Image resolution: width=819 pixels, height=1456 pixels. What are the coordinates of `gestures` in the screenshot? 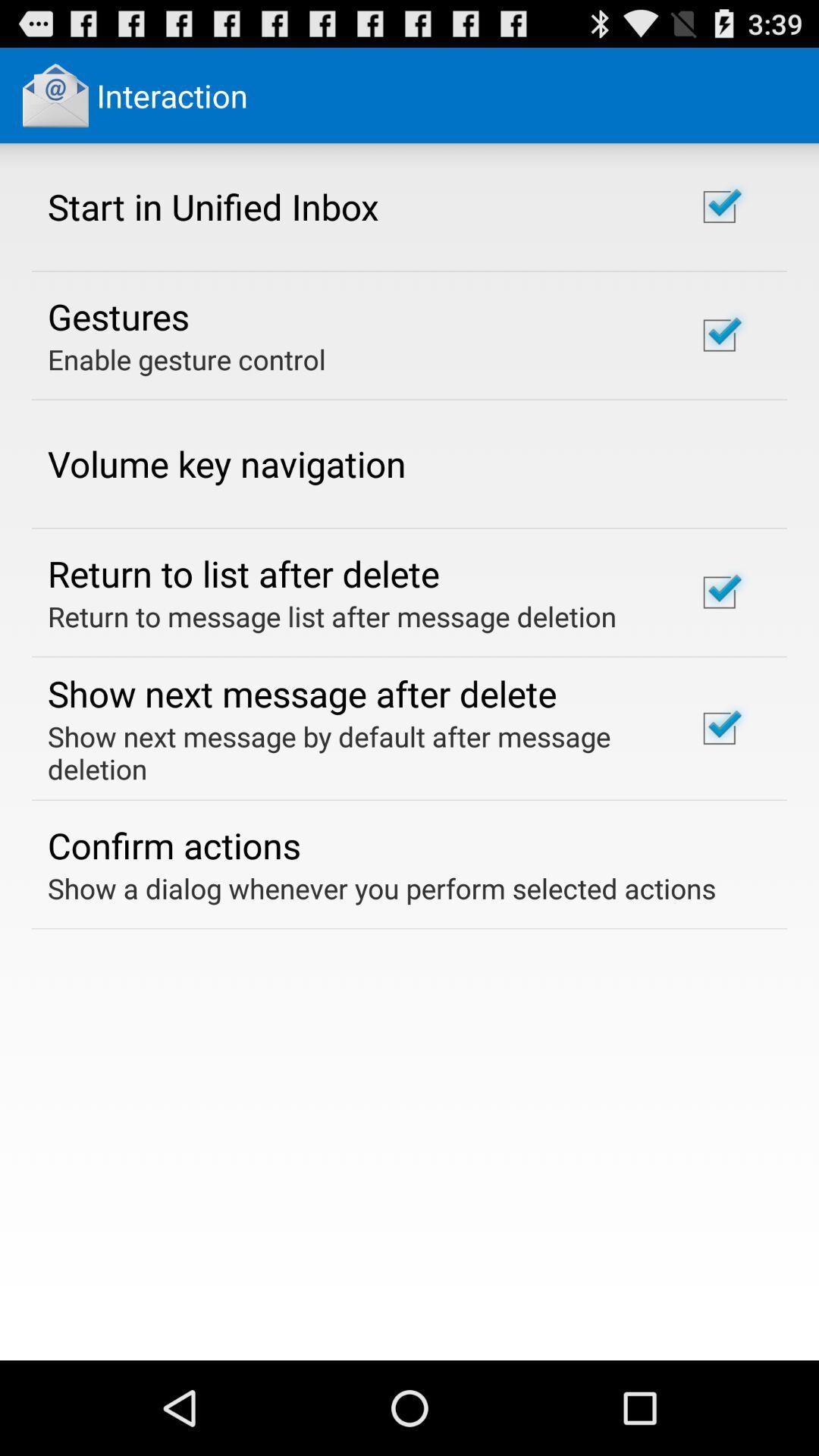 It's located at (118, 315).